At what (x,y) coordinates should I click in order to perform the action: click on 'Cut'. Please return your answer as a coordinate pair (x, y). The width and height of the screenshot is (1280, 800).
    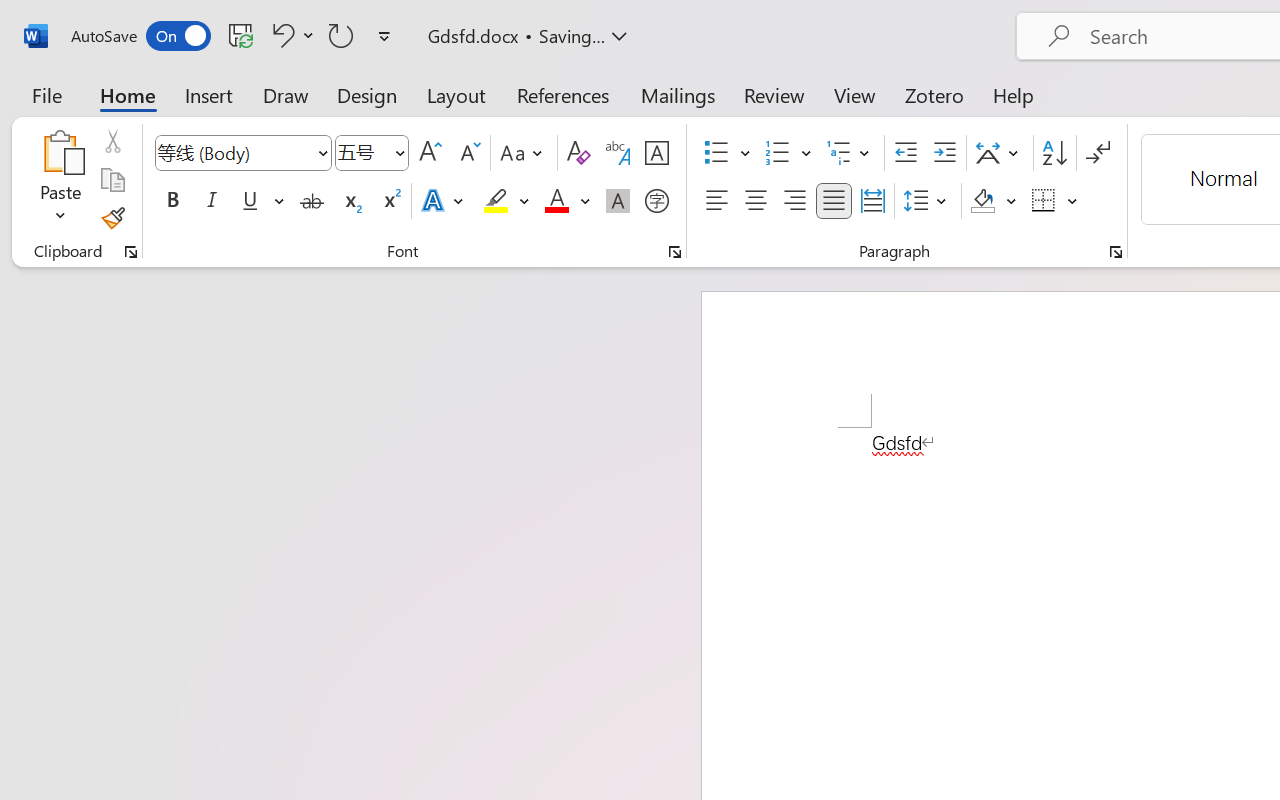
    Looking at the image, I should click on (111, 141).